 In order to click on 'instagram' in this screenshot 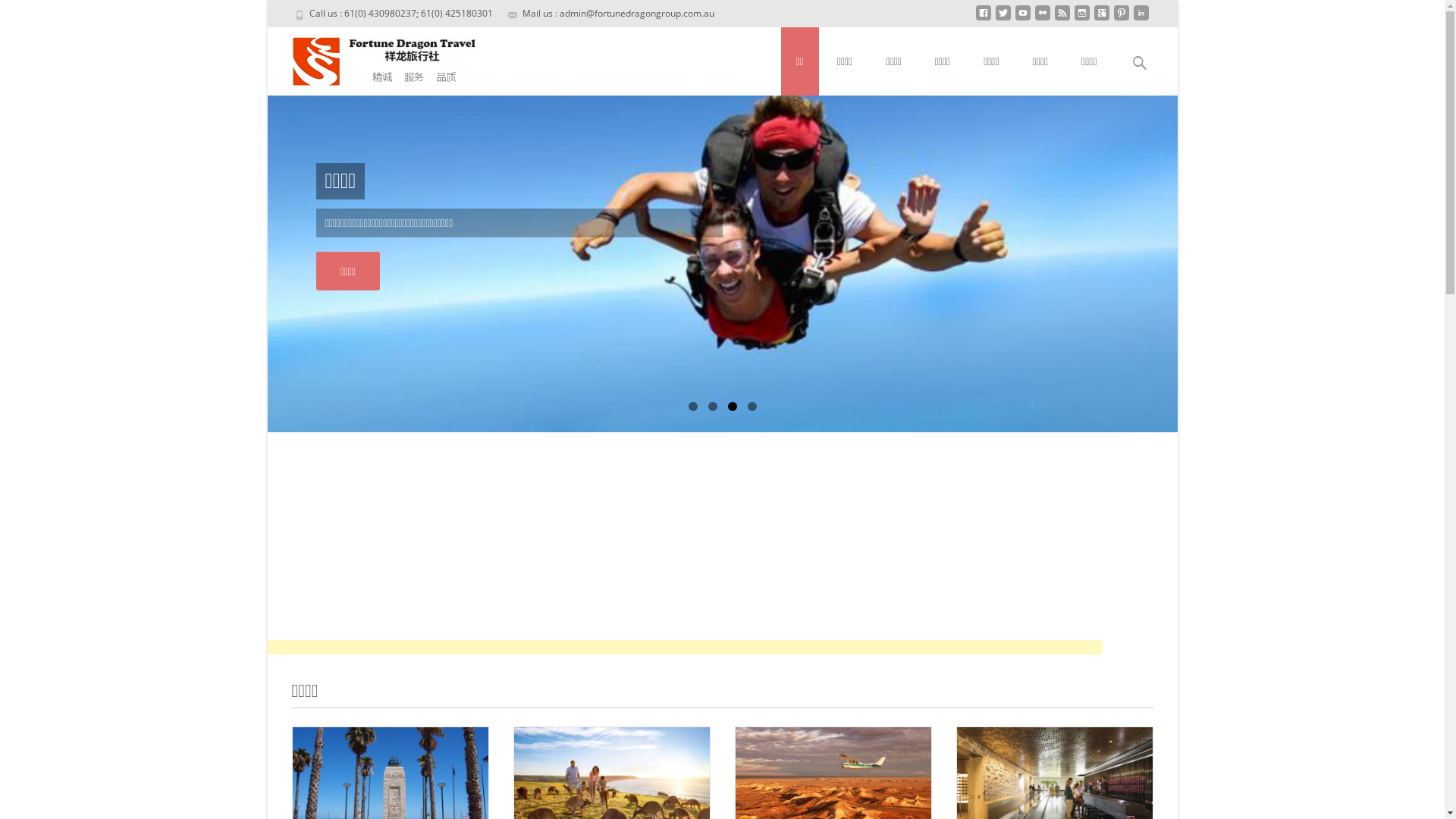, I will do `click(1080, 18)`.